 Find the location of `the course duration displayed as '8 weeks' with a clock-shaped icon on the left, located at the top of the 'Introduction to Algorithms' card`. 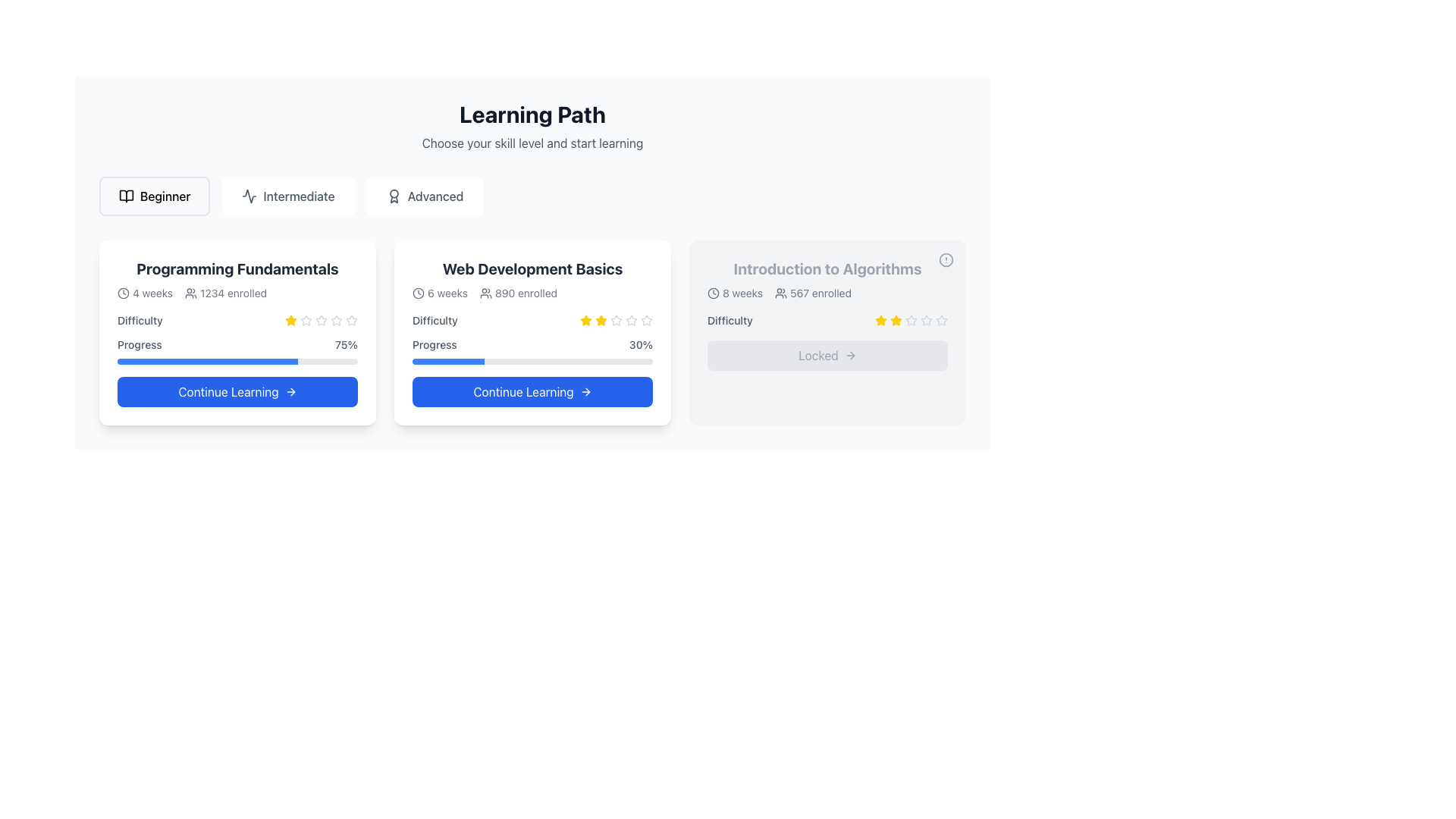

the course duration displayed as '8 weeks' with a clock-shaped icon on the left, located at the top of the 'Introduction to Algorithms' card is located at coordinates (735, 293).